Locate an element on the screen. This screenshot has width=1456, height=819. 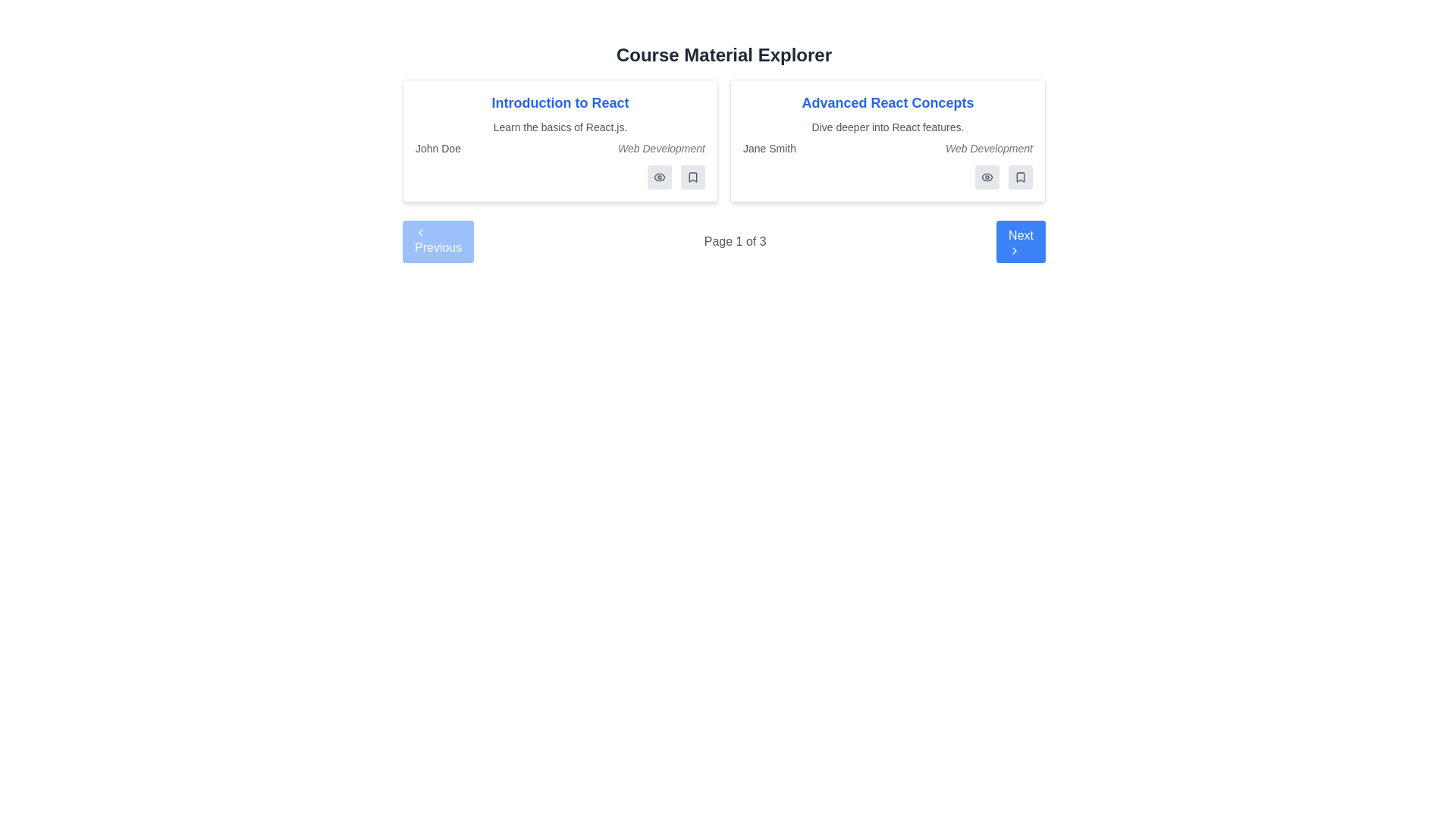
the blue, bold text heading 'Introduction to React' is located at coordinates (560, 102).